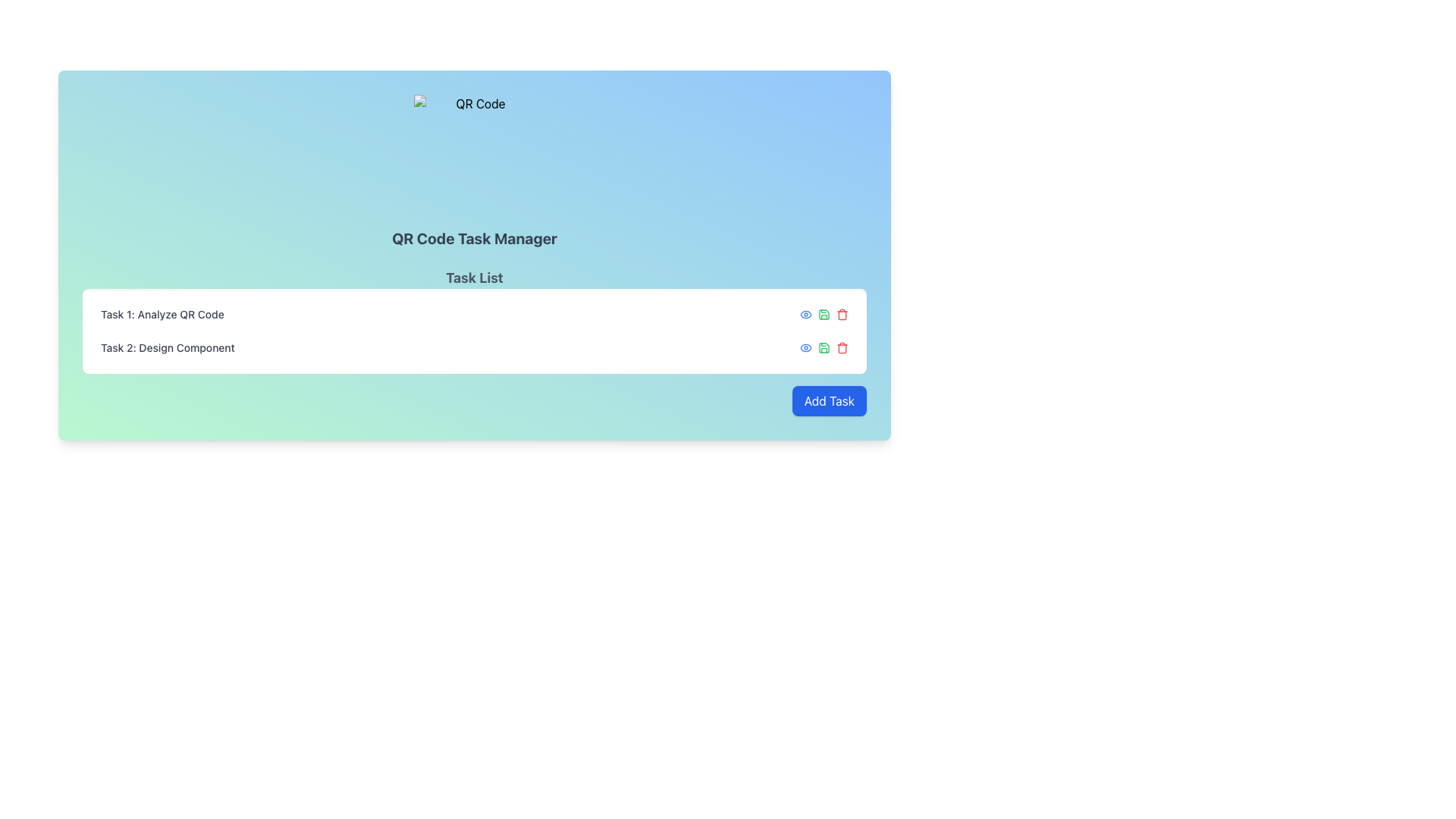 The width and height of the screenshot is (1456, 819). Describe the element at coordinates (828, 400) in the screenshot. I see `the button located at the bottom-right corner of the visible card layout to observe its state change` at that location.